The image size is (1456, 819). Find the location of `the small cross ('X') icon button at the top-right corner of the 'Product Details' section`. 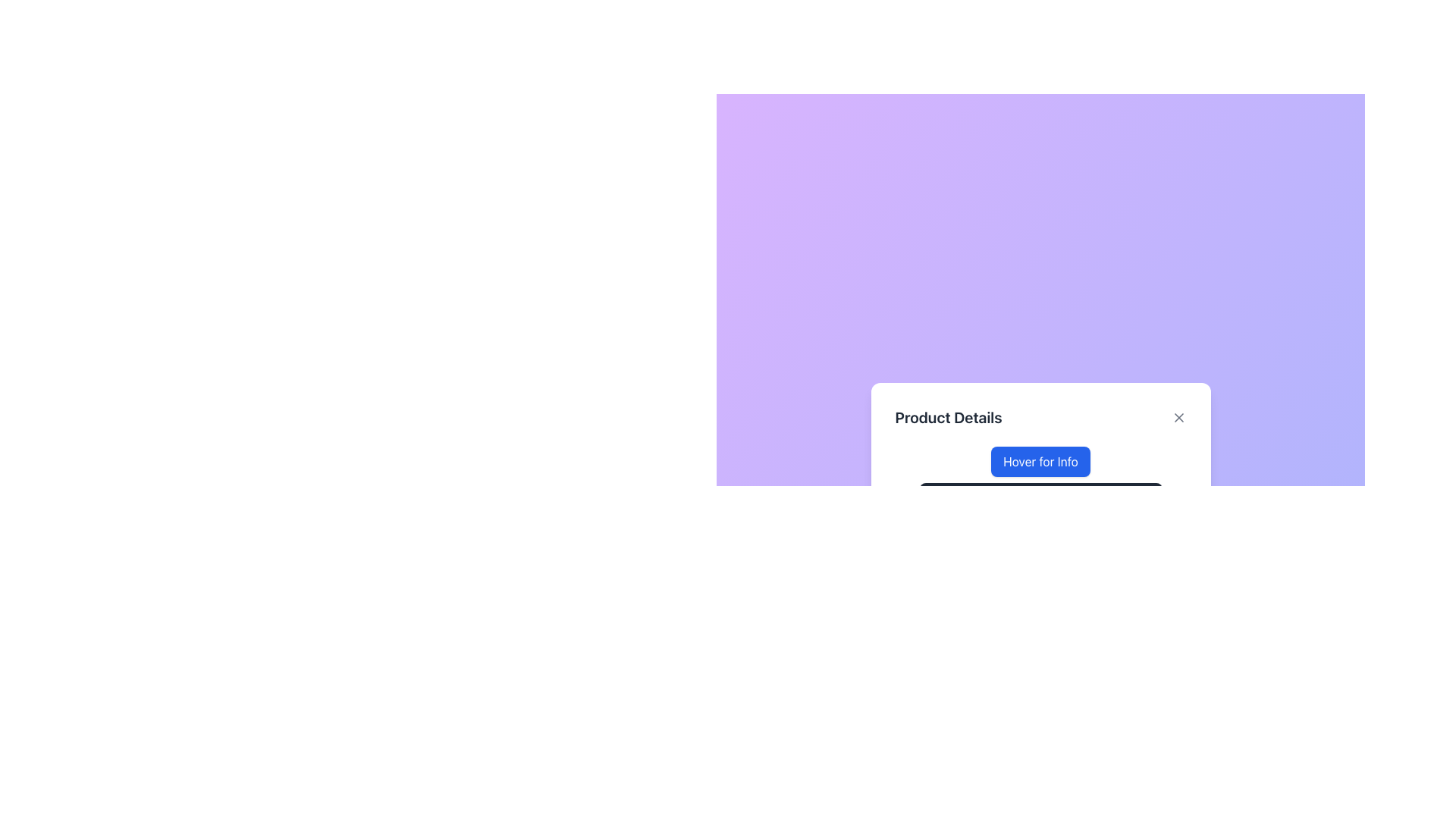

the small cross ('X') icon button at the top-right corner of the 'Product Details' section is located at coordinates (1178, 418).